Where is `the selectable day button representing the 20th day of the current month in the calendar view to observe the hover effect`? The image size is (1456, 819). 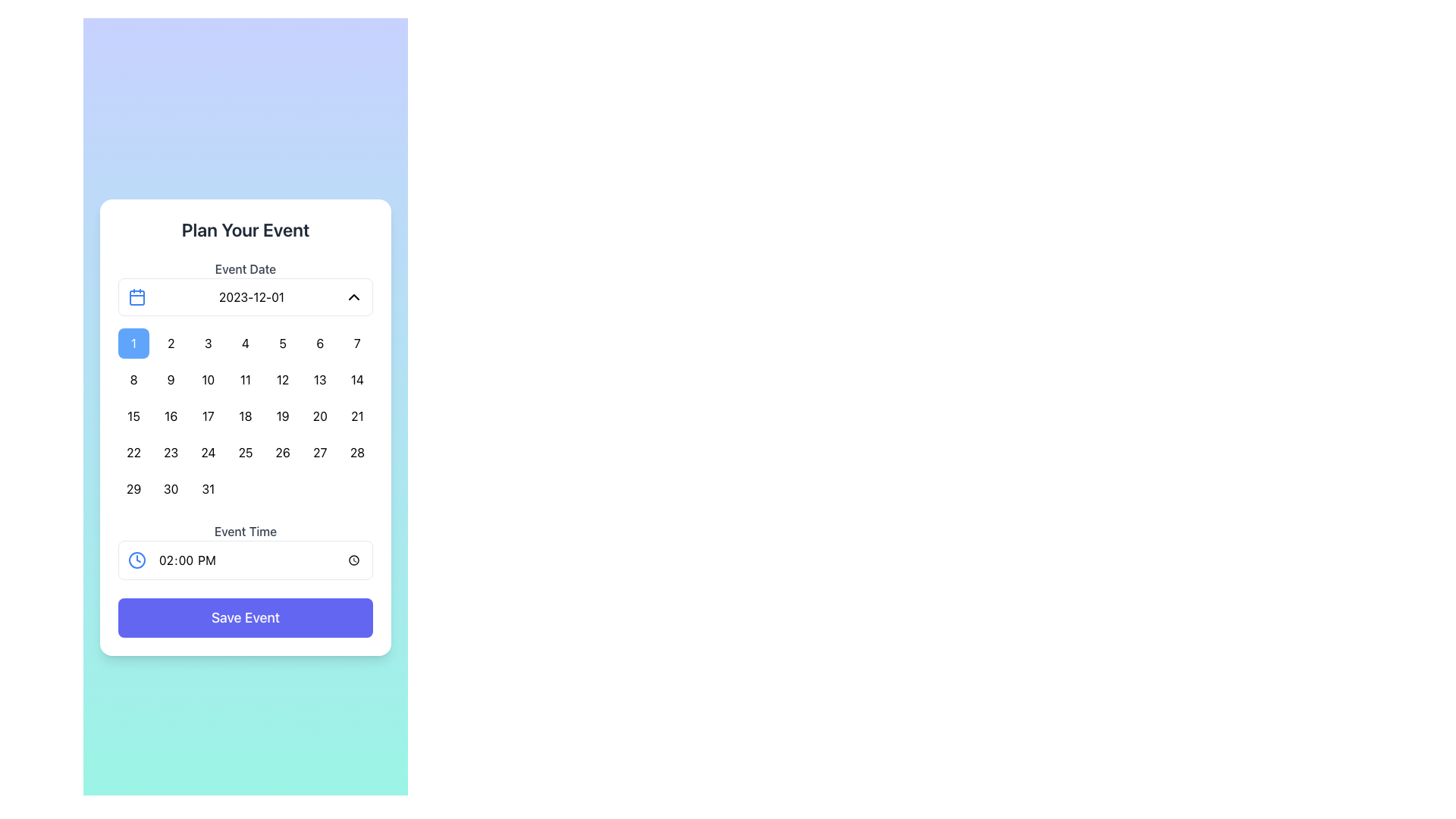 the selectable day button representing the 20th day of the current month in the calendar view to observe the hover effect is located at coordinates (319, 416).